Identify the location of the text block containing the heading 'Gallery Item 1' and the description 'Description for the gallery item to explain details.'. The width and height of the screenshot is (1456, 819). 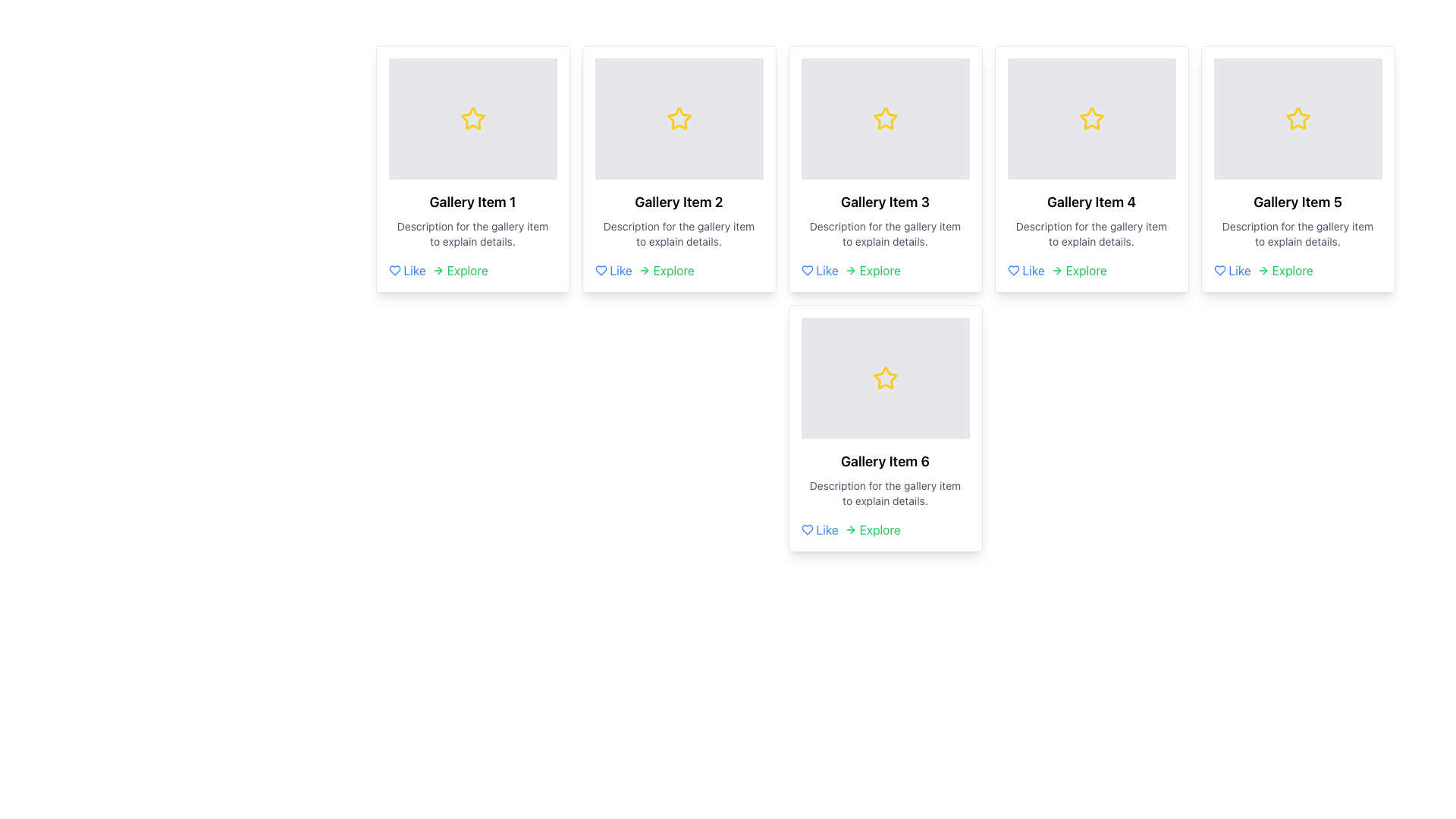
(472, 220).